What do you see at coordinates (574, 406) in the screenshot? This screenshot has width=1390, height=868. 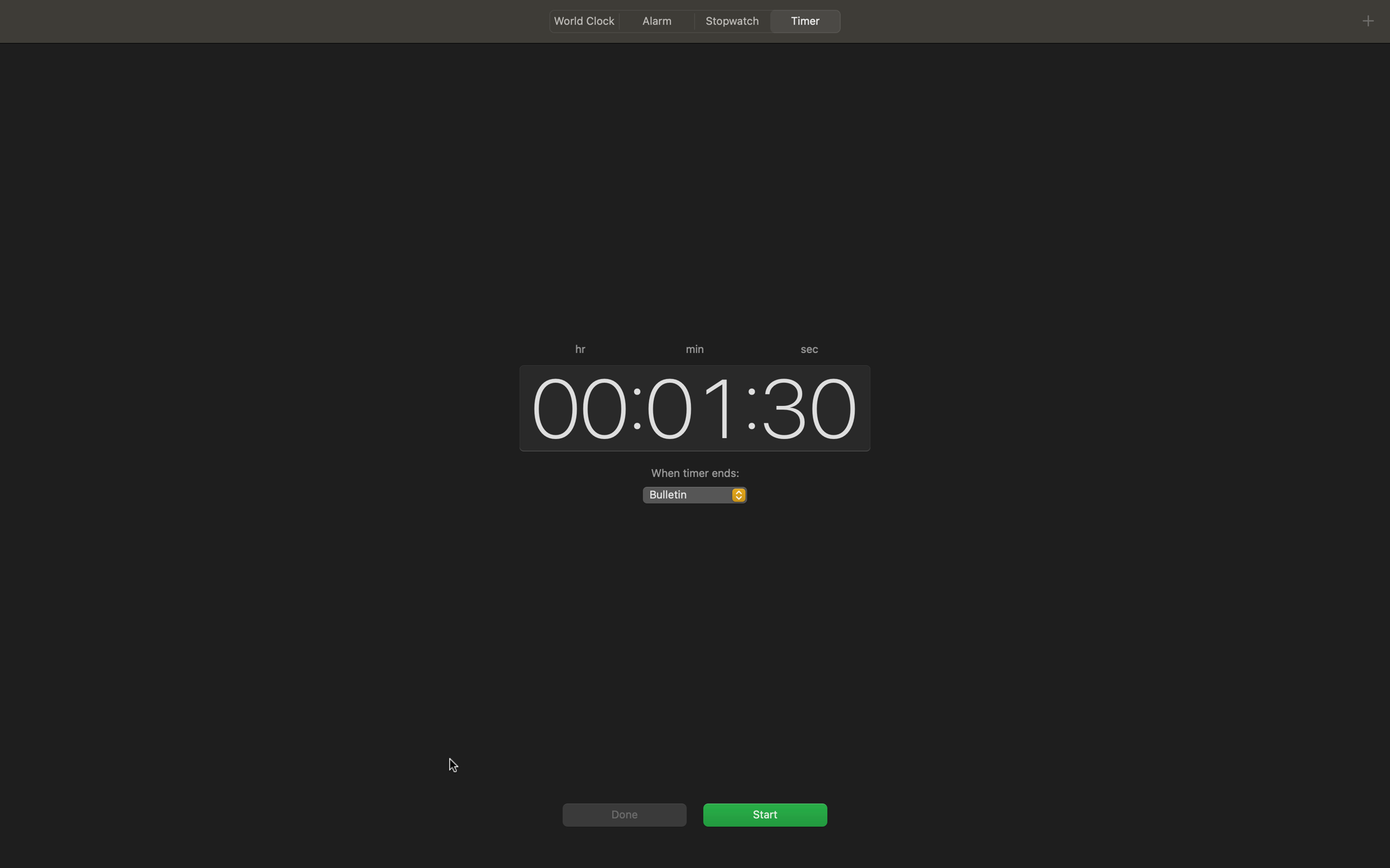 I see `Adjust the hour setting to 12` at bounding box center [574, 406].